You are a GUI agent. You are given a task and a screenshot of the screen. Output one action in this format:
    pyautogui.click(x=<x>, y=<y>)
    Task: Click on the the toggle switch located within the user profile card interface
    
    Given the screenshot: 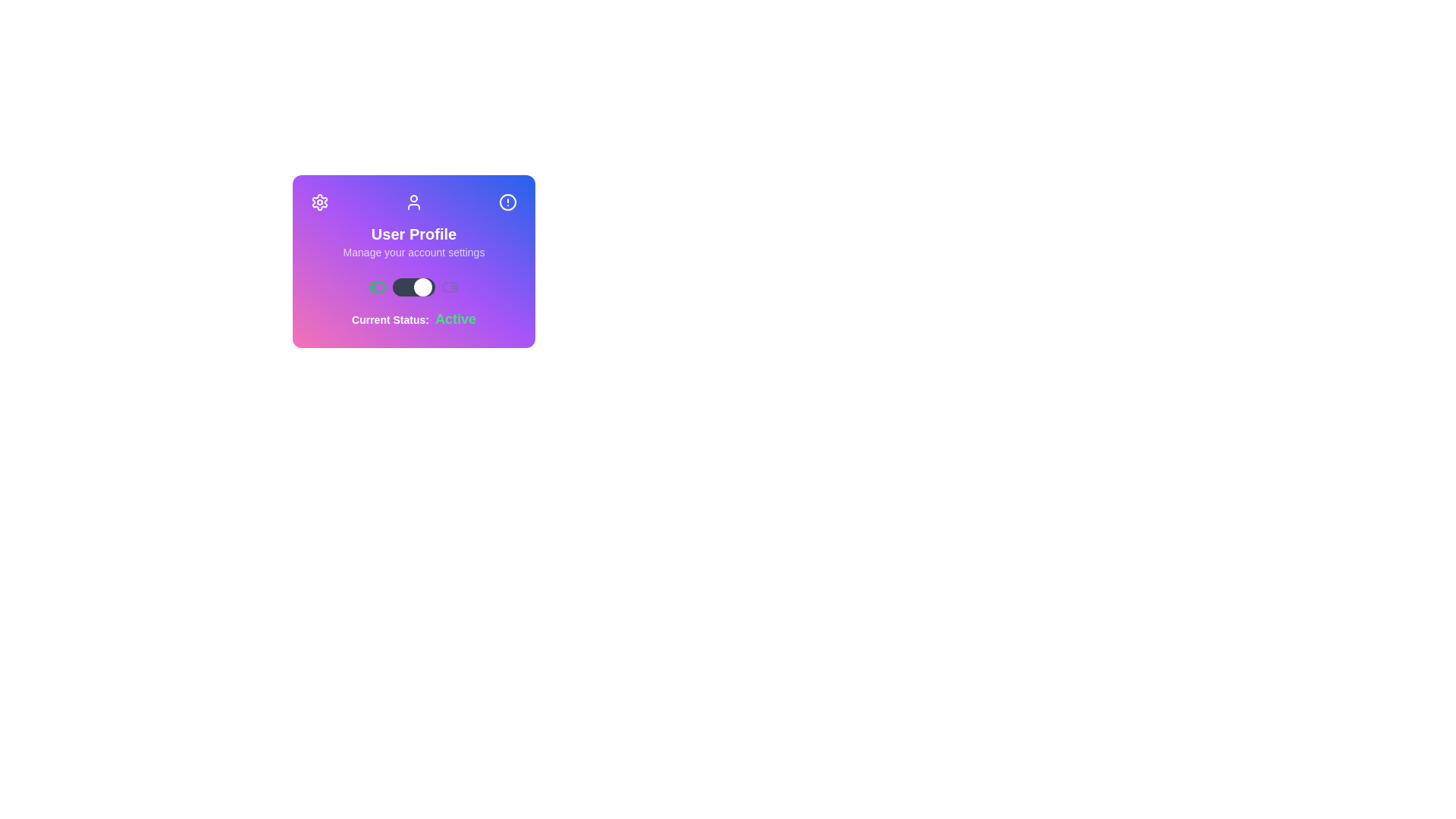 What is the action you would take?
    pyautogui.click(x=414, y=287)
    